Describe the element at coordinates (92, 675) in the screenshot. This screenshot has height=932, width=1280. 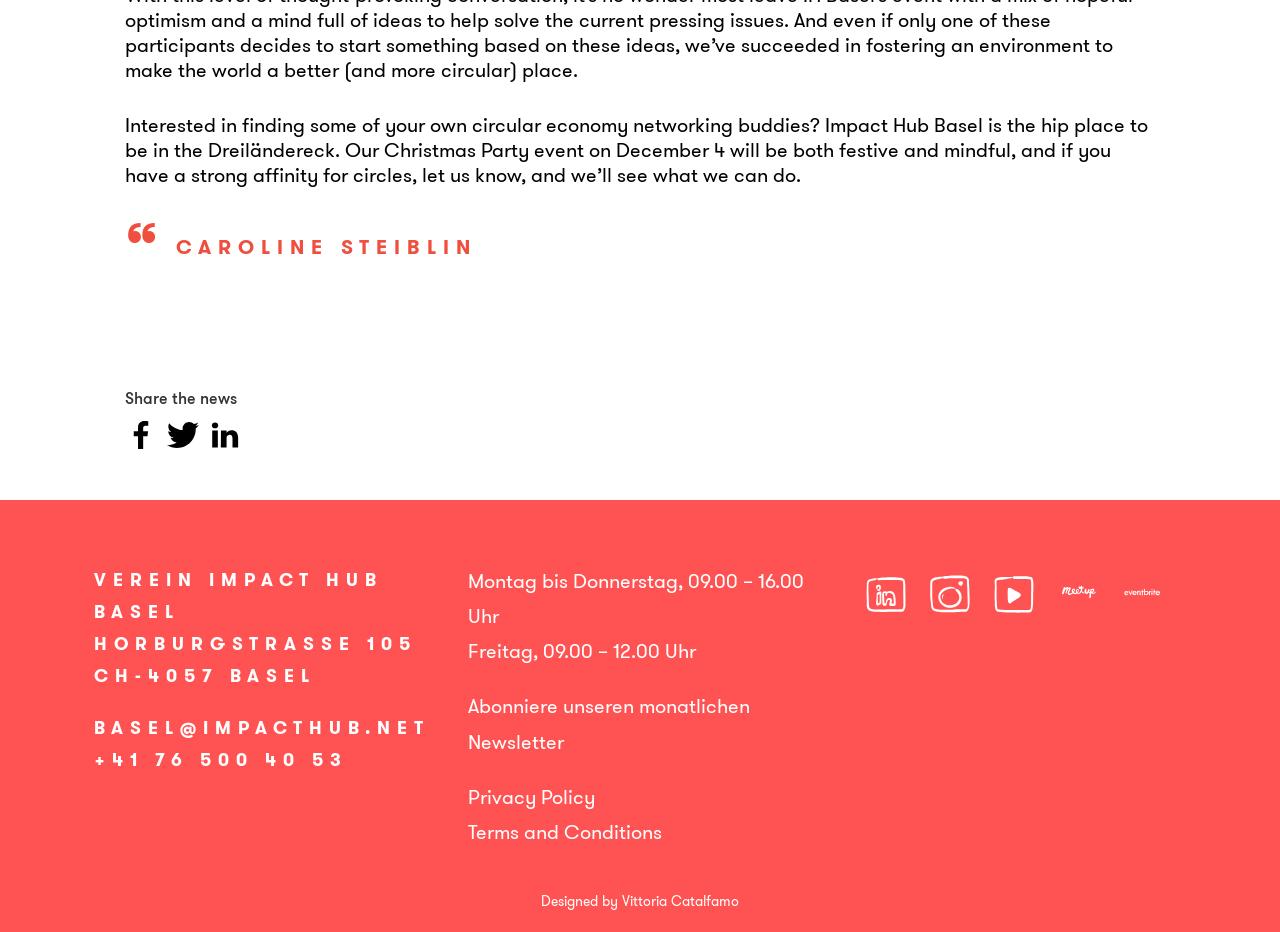
I see `'CH-4057 Basel'` at that location.